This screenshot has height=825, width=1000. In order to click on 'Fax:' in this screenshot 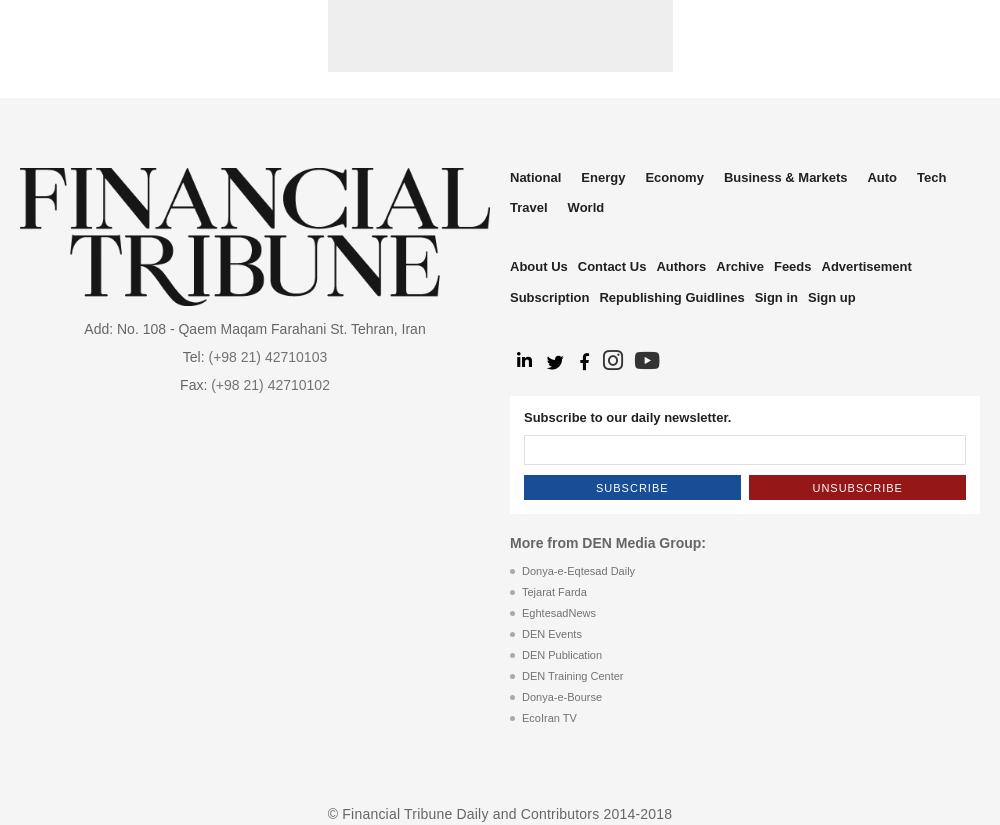, I will do `click(194, 383)`.